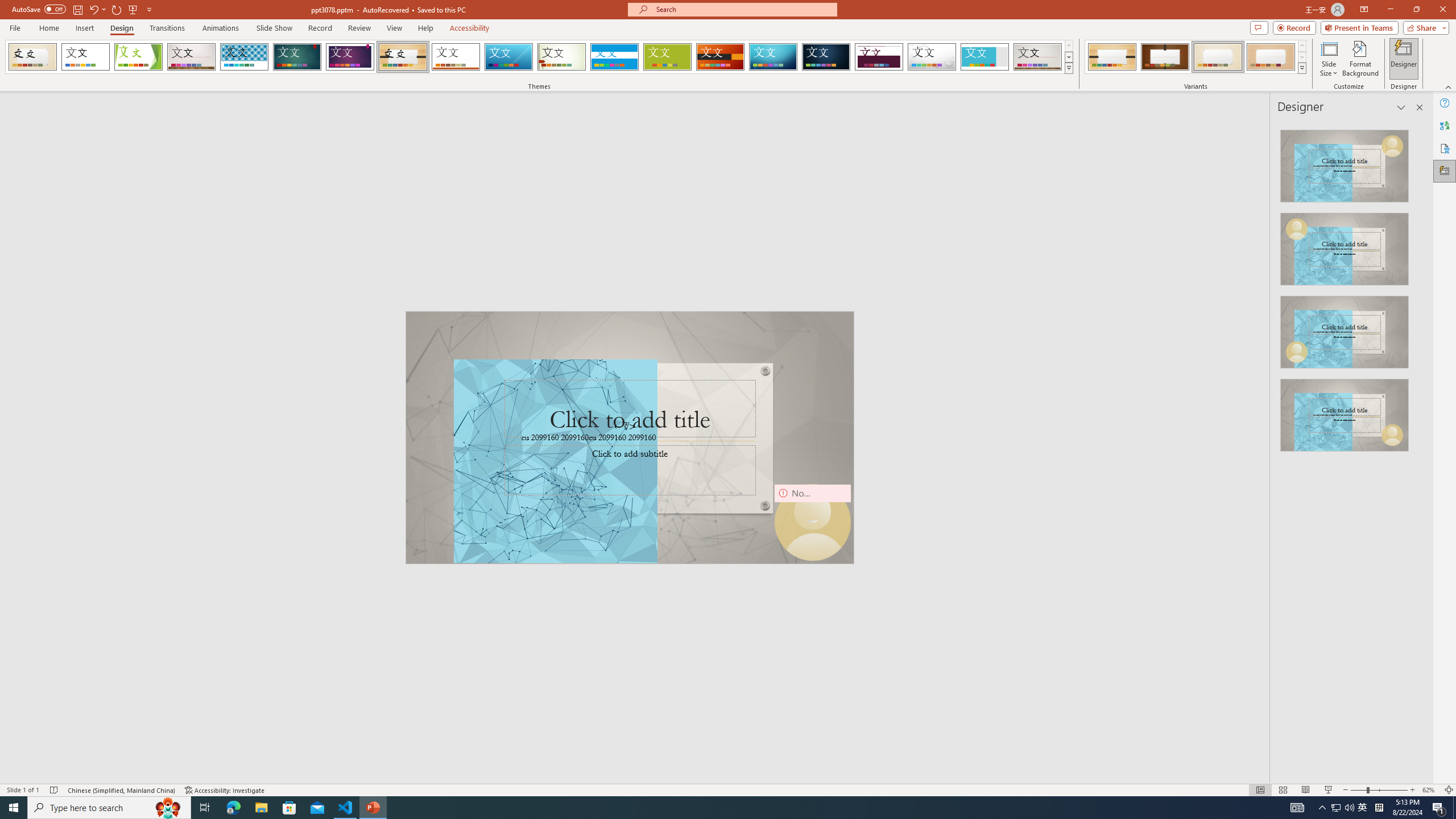 The height and width of the screenshot is (819, 1456). I want to click on 'Zoom 62%', so click(1430, 790).